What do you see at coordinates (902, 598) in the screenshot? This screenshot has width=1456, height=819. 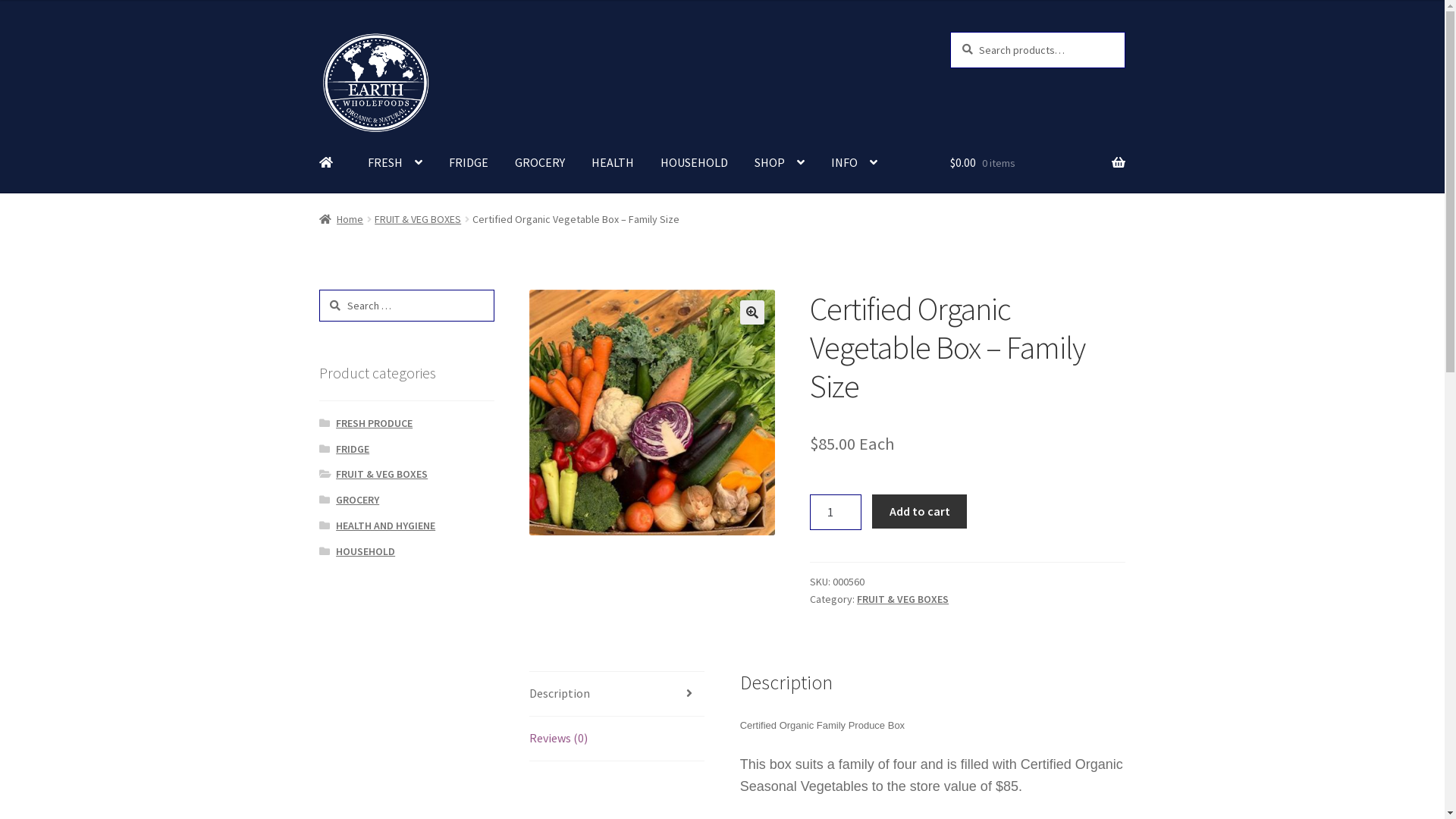 I see `'FRUIT & VEG BOXES'` at bounding box center [902, 598].